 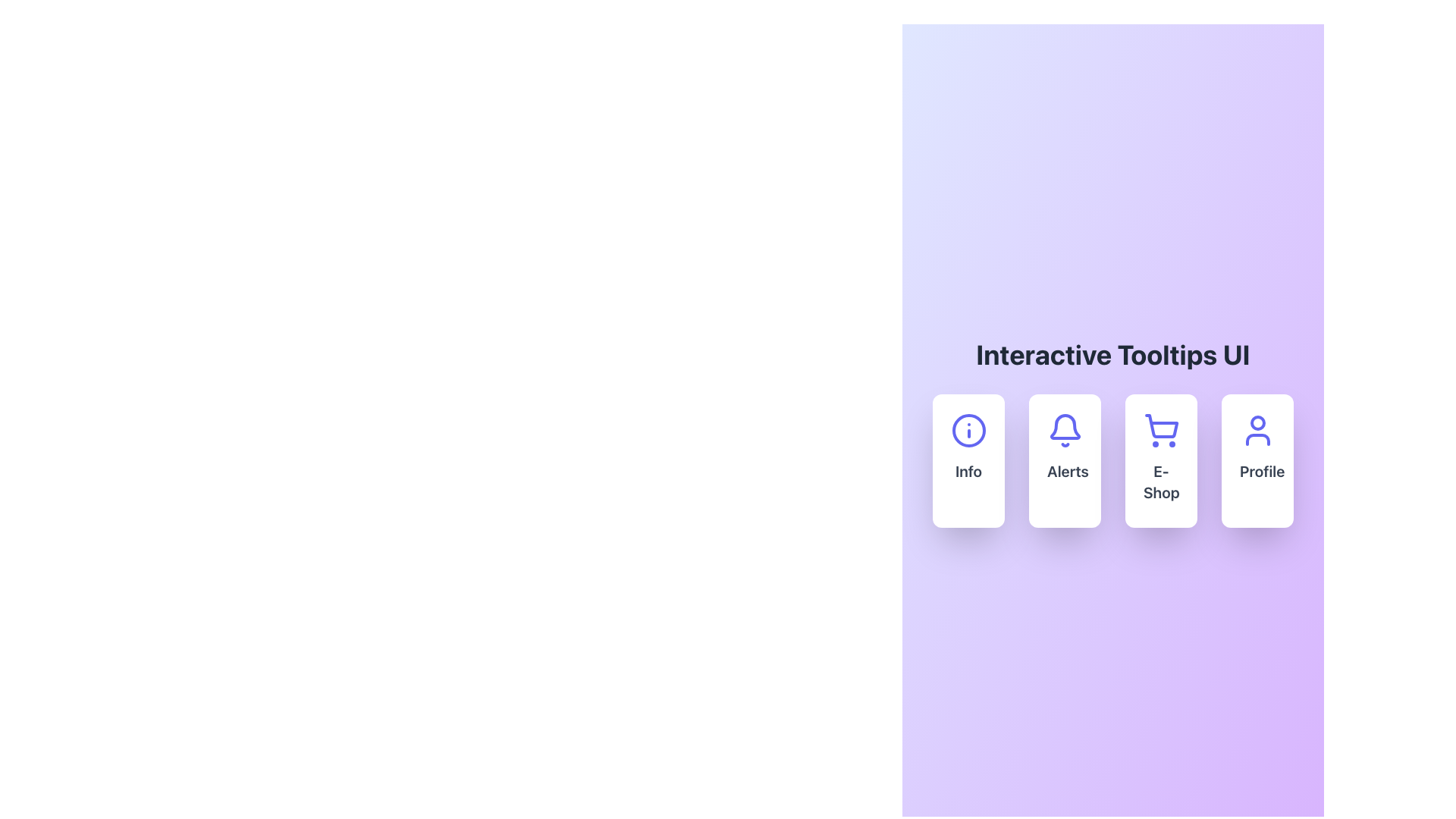 What do you see at coordinates (1258, 430) in the screenshot?
I see `the user profile icon located in the rightmost box below the 'Profile' label` at bounding box center [1258, 430].